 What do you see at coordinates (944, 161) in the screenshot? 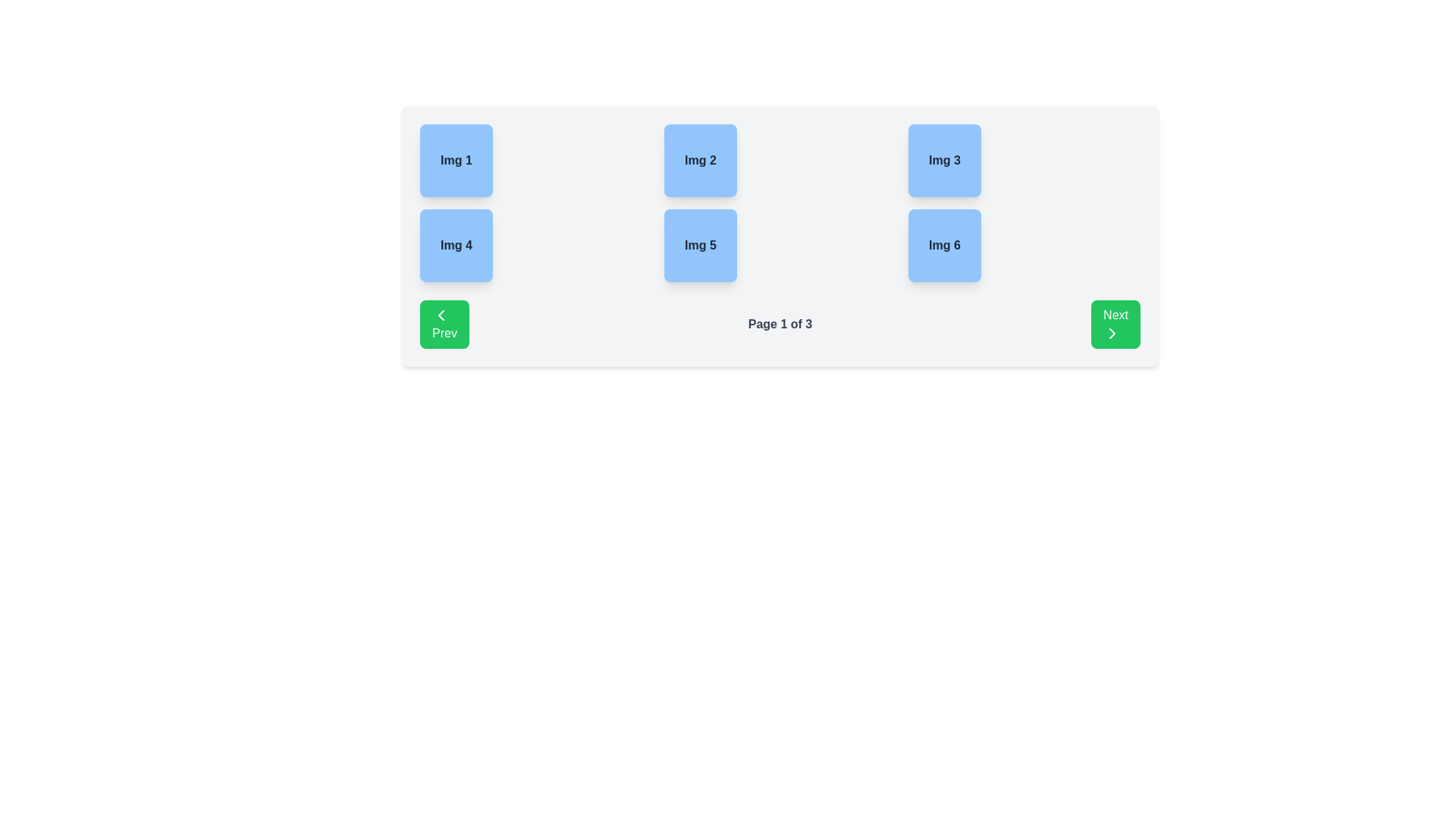
I see `the text label located in the top-rightmost blue box of the 2x3 grid, which serves as an identifier within the interface` at bounding box center [944, 161].